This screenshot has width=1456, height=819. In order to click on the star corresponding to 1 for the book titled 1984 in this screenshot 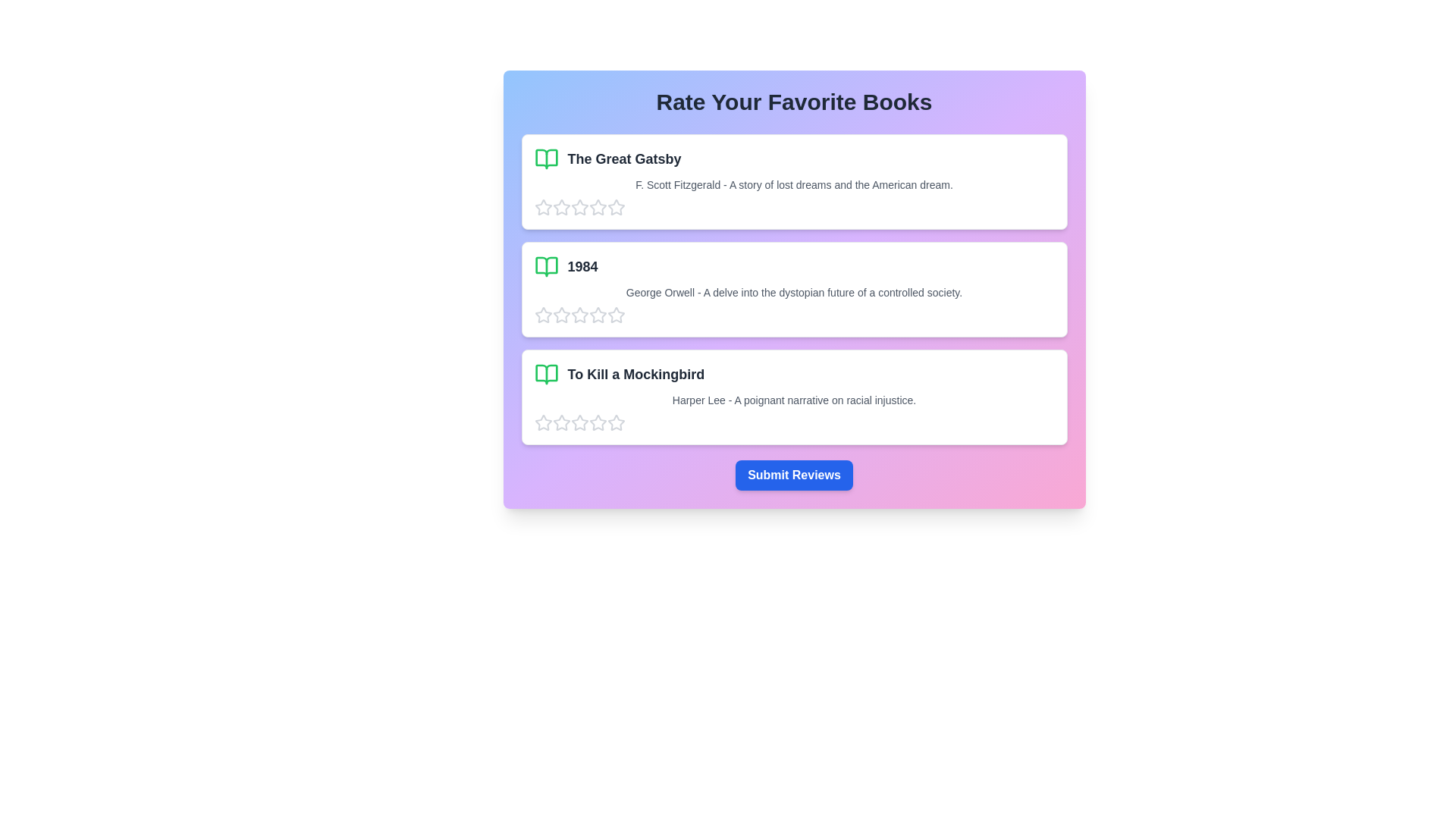, I will do `click(543, 315)`.